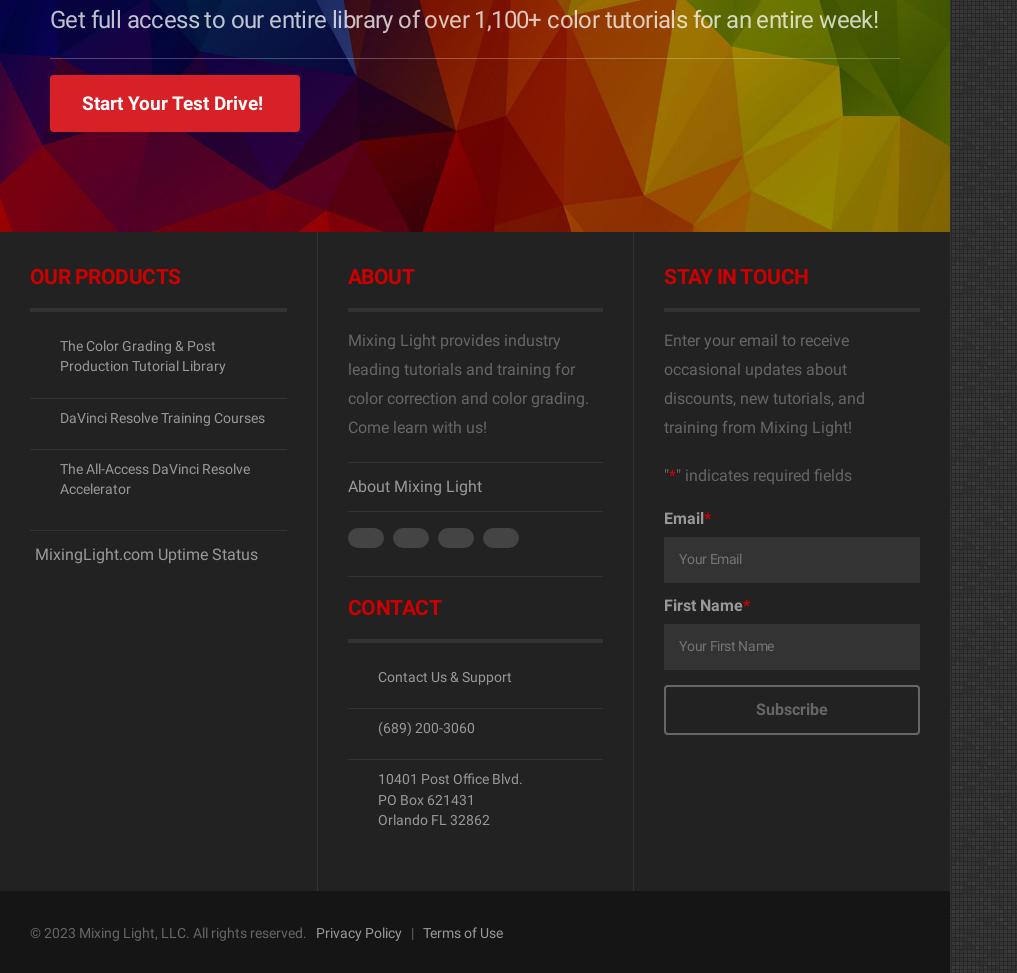  What do you see at coordinates (702, 605) in the screenshot?
I see `'First Name'` at bounding box center [702, 605].